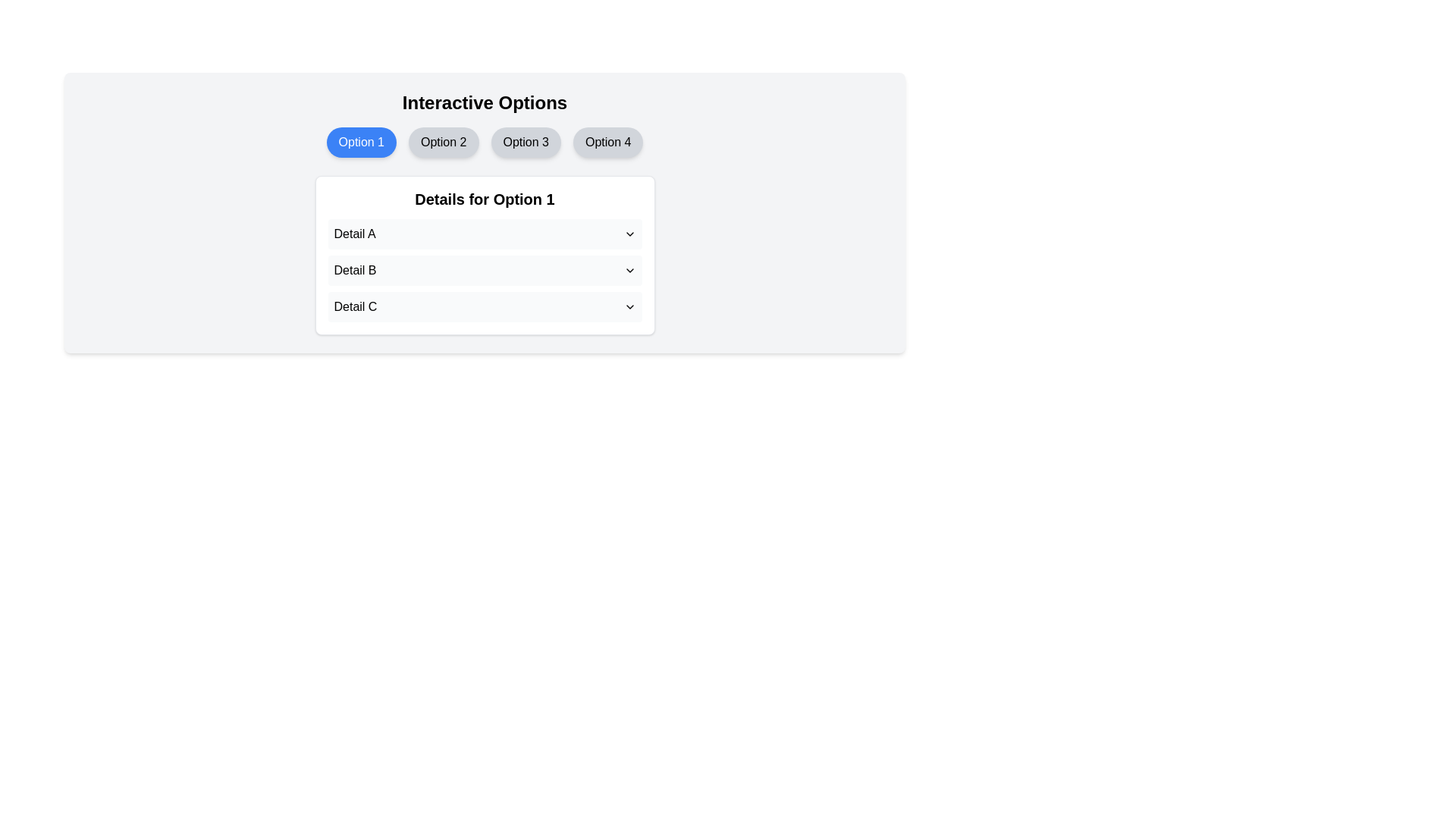 This screenshot has height=819, width=1456. Describe the element at coordinates (484, 270) in the screenshot. I see `the second item in the dropdown list labeled 'Detail B'` at that location.